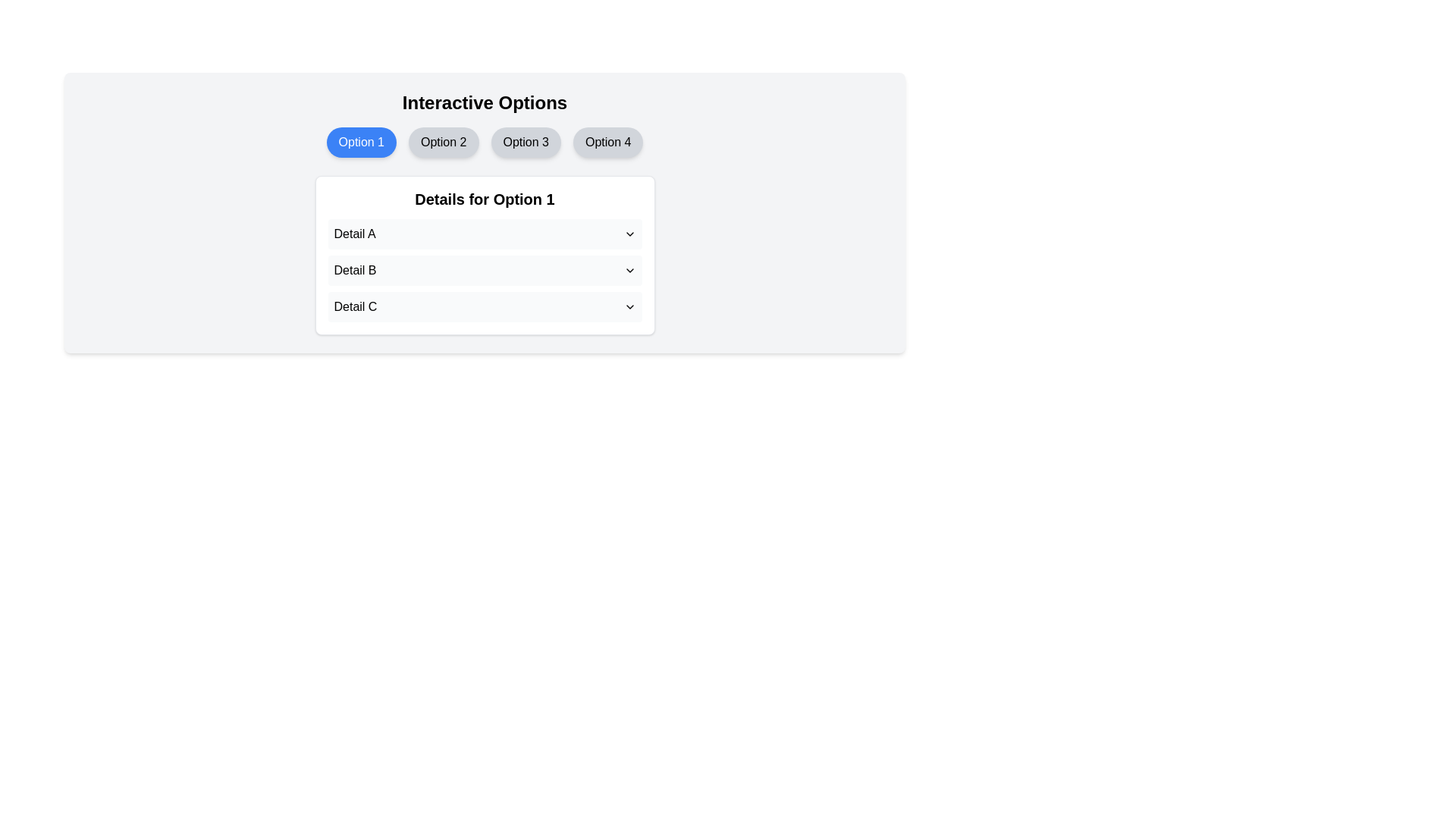 This screenshot has height=819, width=1456. Describe the element at coordinates (484, 270) in the screenshot. I see `the second item in the dropdown list labeled 'Detail B'` at that location.